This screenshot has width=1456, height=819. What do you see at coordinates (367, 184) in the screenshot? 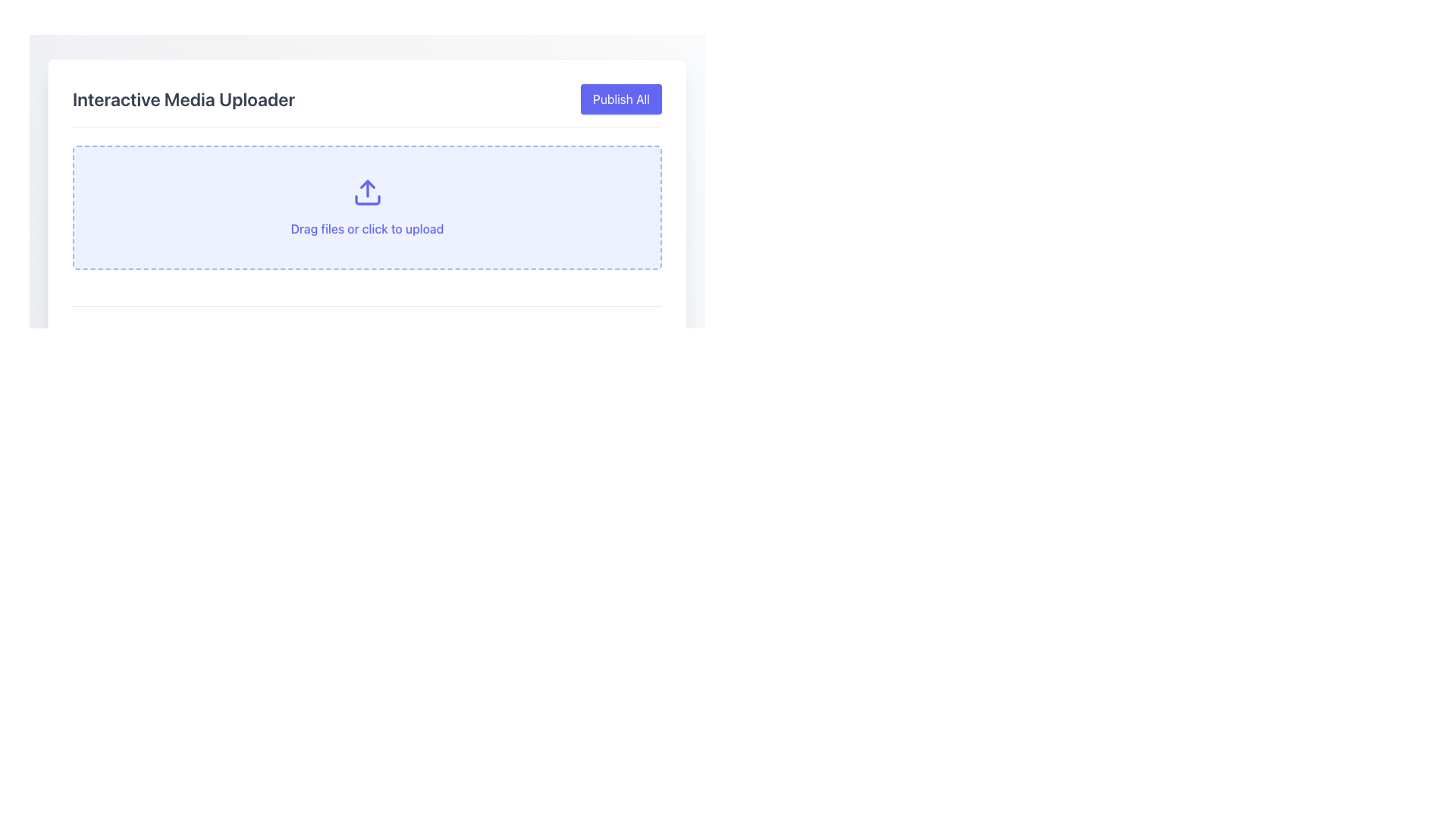
I see `the triangular-shaped, upward-pointing glyph within the upload icon, which is part of the graphical details of the upload action` at bounding box center [367, 184].